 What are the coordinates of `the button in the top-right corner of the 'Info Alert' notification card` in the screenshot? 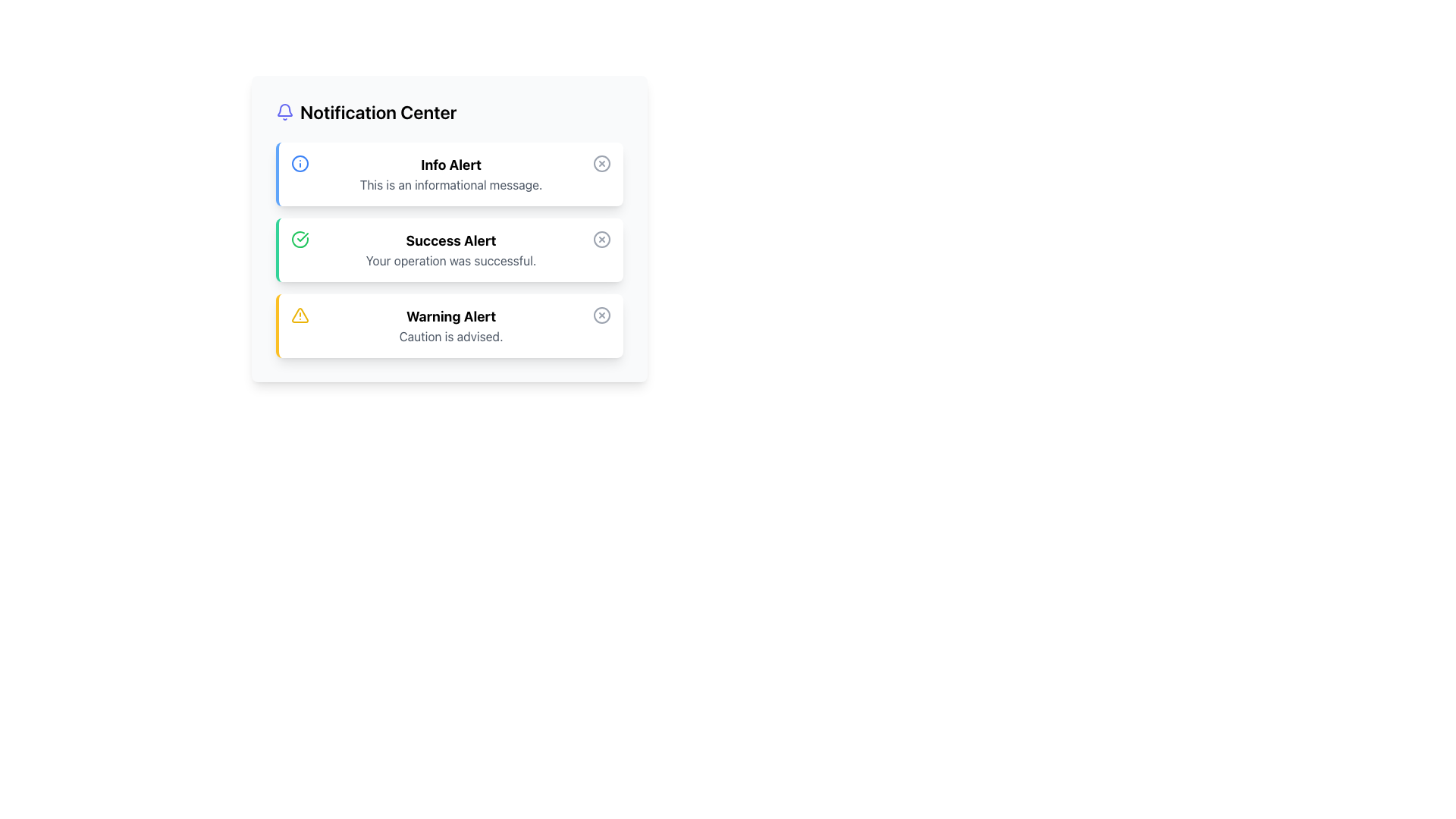 It's located at (601, 164).